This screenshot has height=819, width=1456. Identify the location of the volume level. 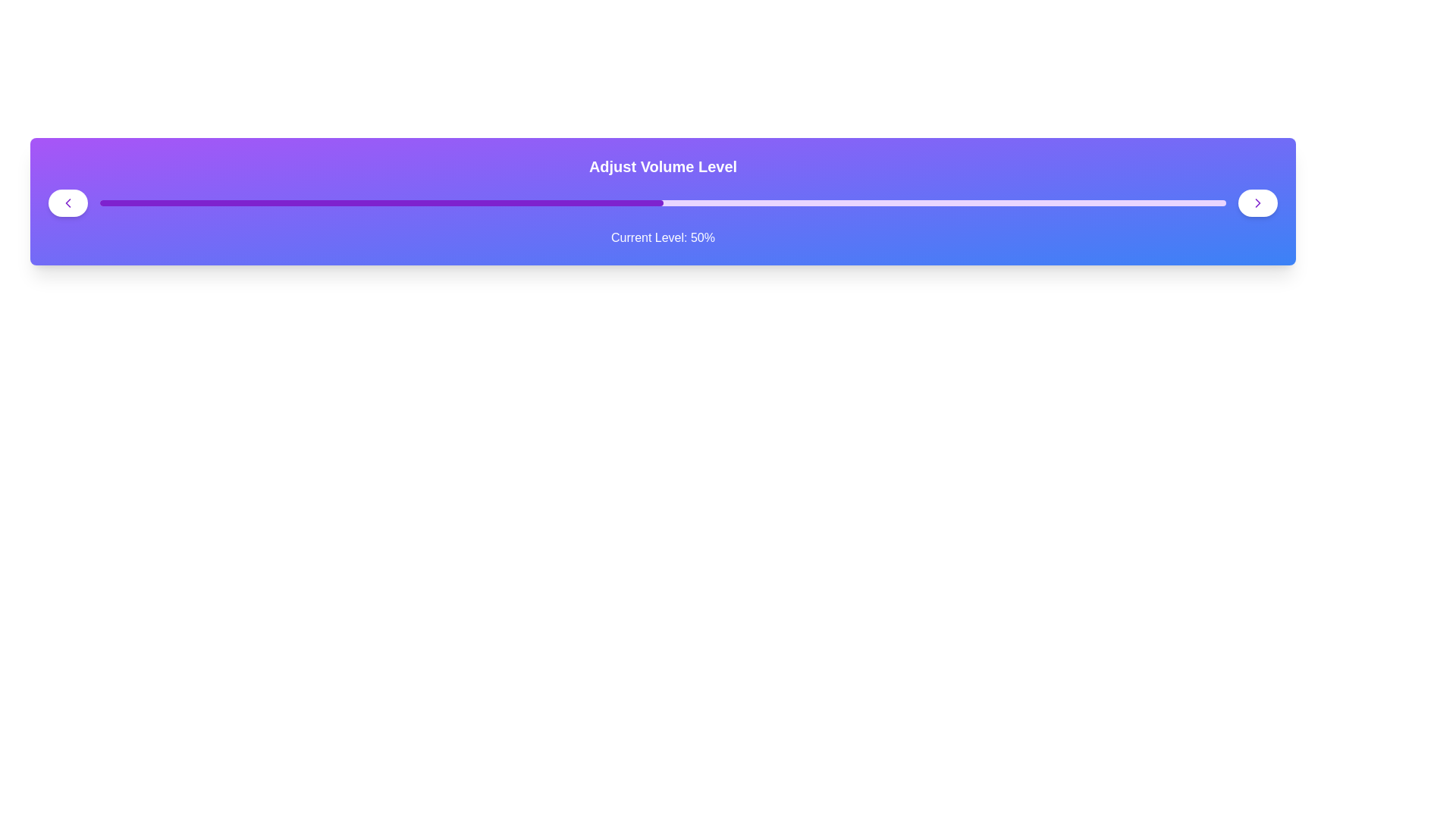
(618, 202).